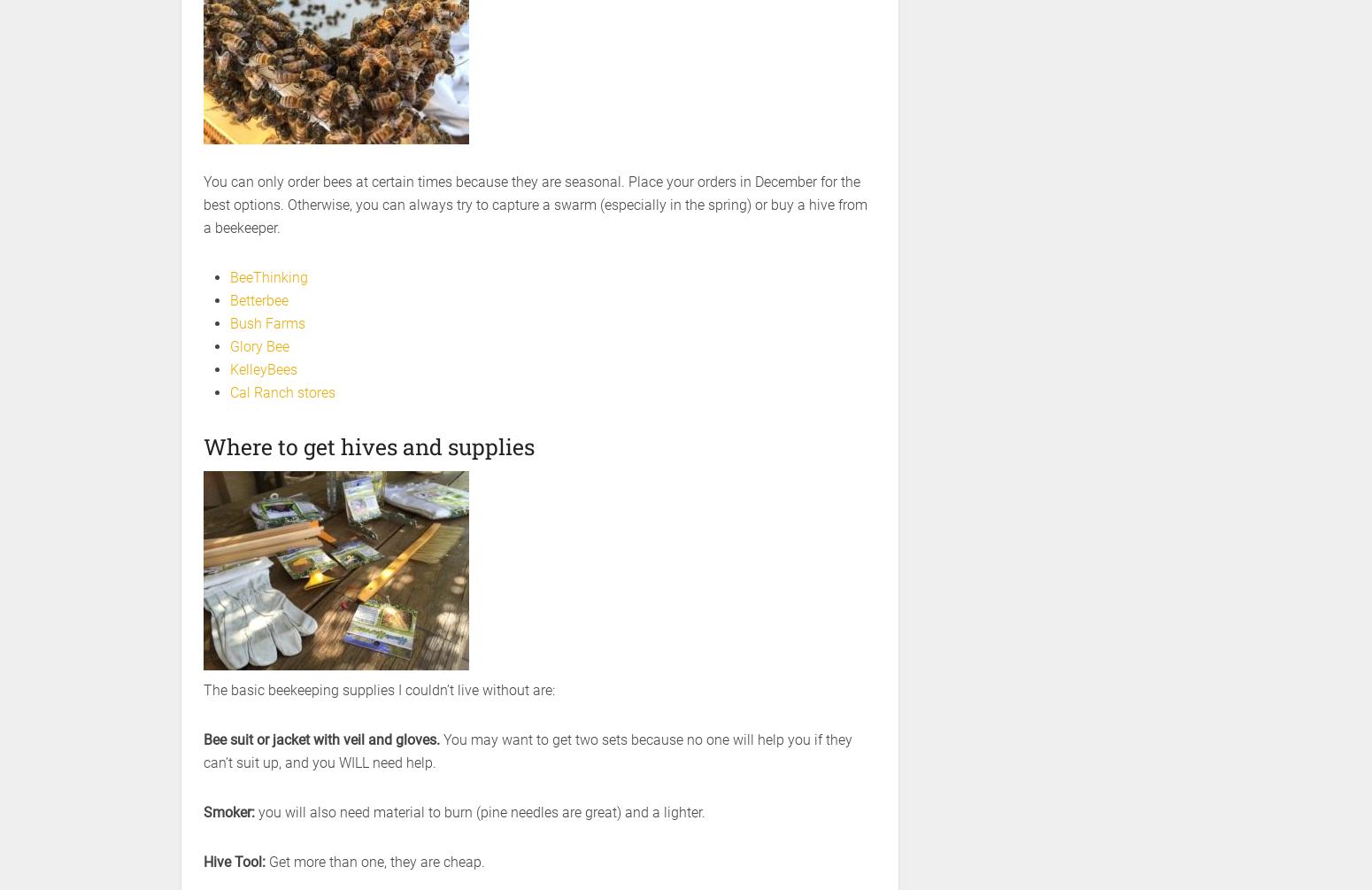 This screenshot has width=1372, height=890. What do you see at coordinates (258, 300) in the screenshot?
I see `'Betterbee'` at bounding box center [258, 300].